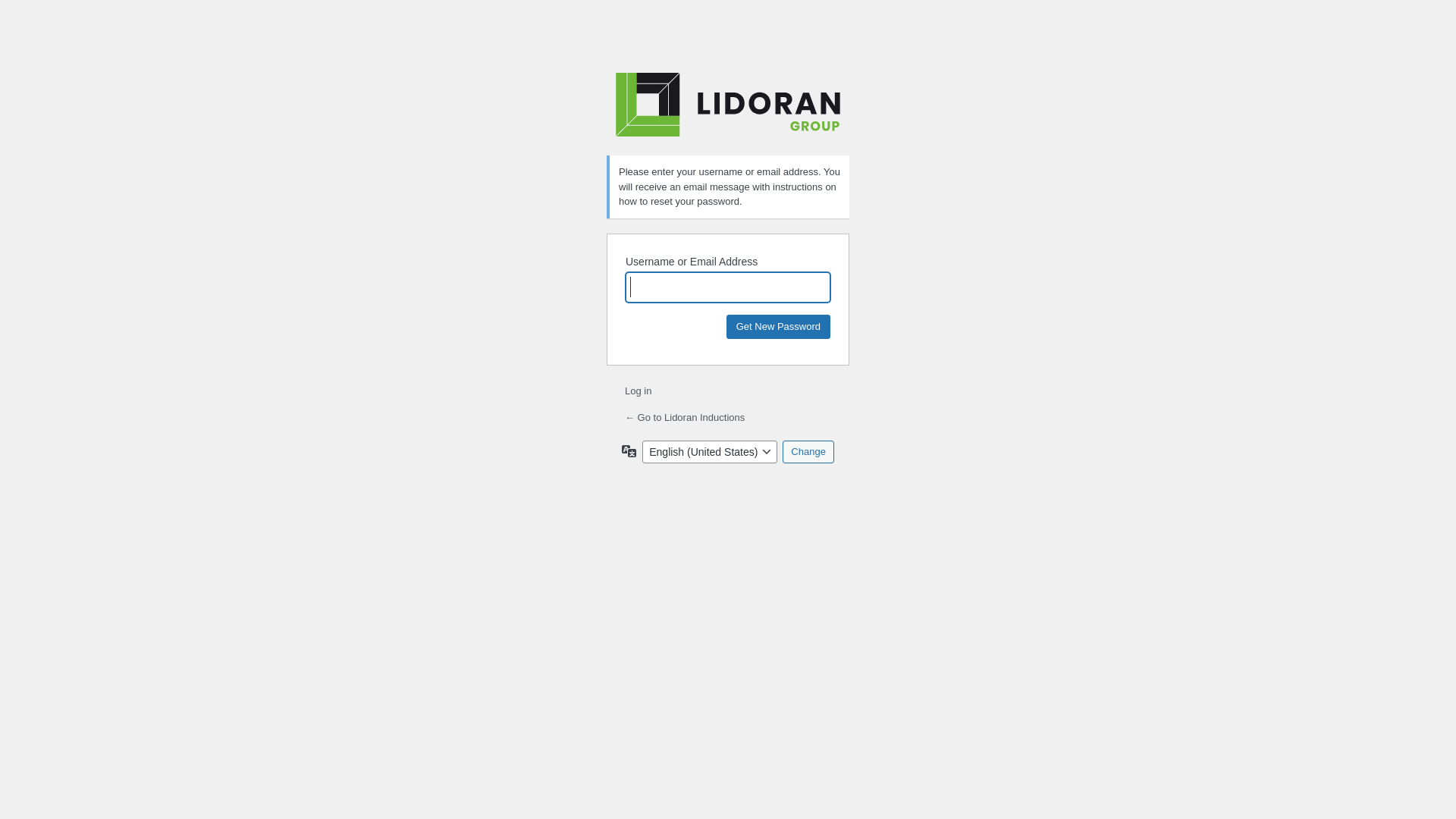 The image size is (1456, 819). Describe the element at coordinates (783, 450) in the screenshot. I see `'Change'` at that location.